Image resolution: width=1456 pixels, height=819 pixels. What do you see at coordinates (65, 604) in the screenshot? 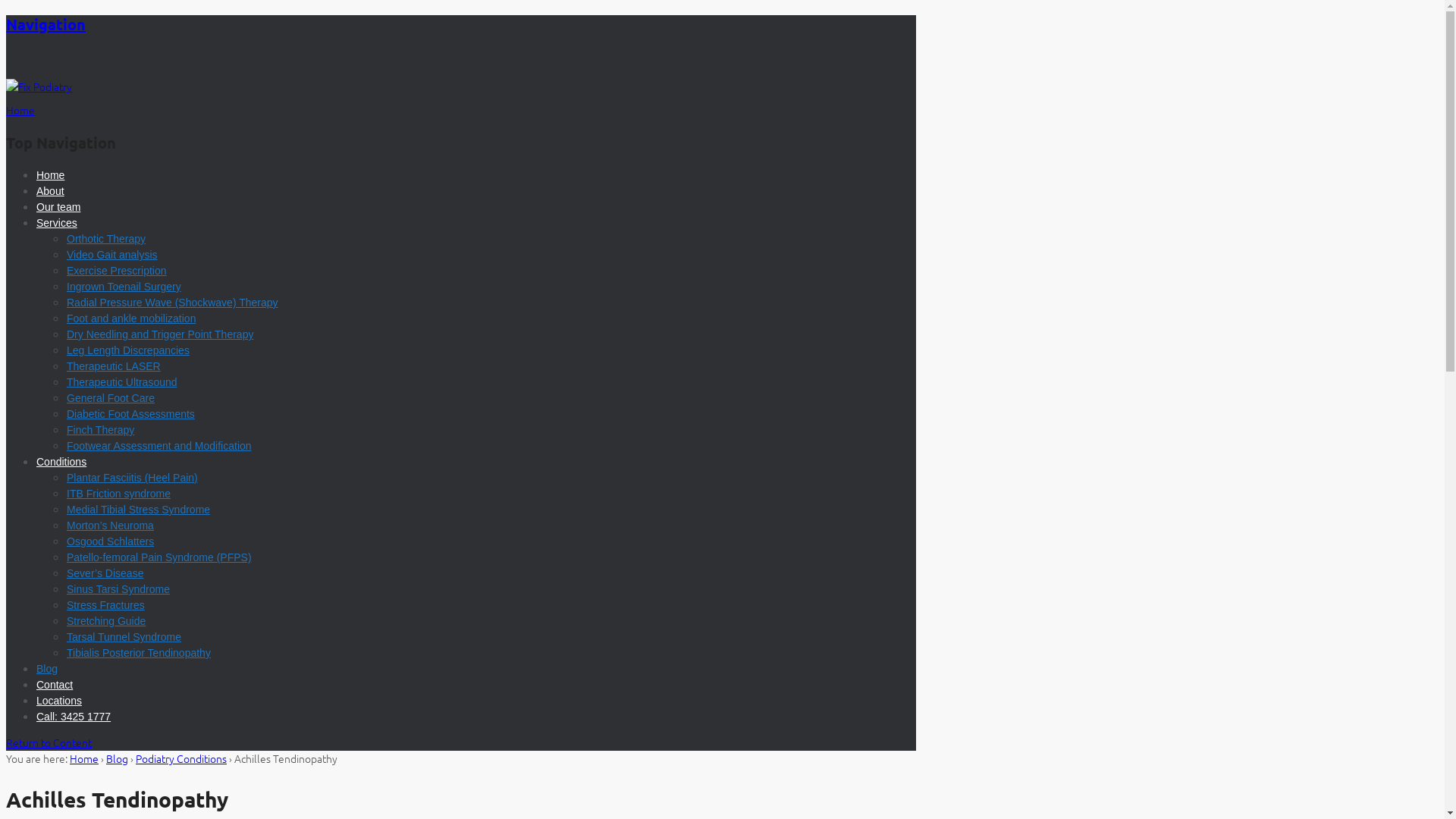
I see `'Stress Fractures'` at bounding box center [65, 604].